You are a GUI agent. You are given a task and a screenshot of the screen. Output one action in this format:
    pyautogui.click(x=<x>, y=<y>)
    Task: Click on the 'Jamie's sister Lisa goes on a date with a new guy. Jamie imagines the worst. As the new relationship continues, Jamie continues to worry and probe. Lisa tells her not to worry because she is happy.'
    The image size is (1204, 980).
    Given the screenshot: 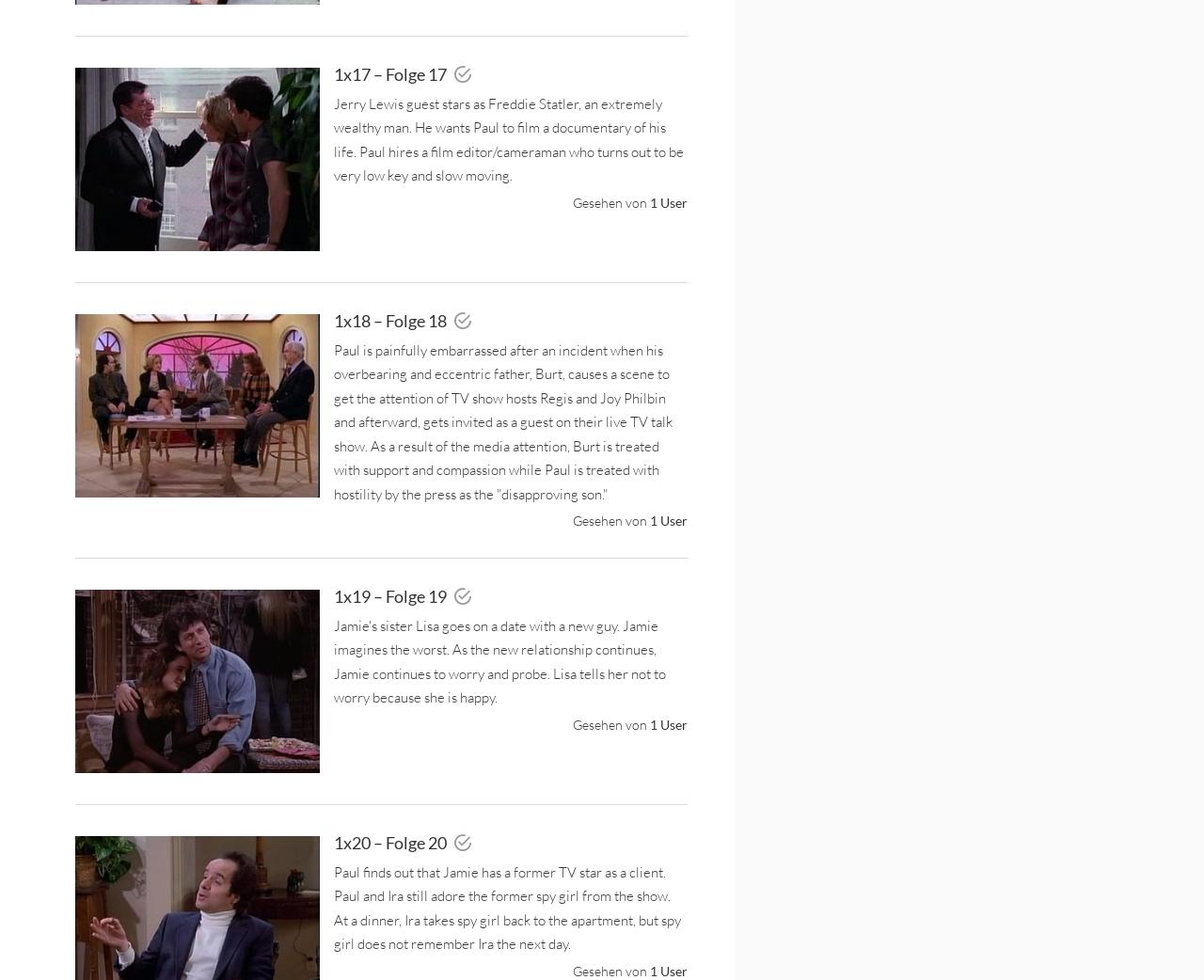 What is the action you would take?
    pyautogui.click(x=333, y=660)
    